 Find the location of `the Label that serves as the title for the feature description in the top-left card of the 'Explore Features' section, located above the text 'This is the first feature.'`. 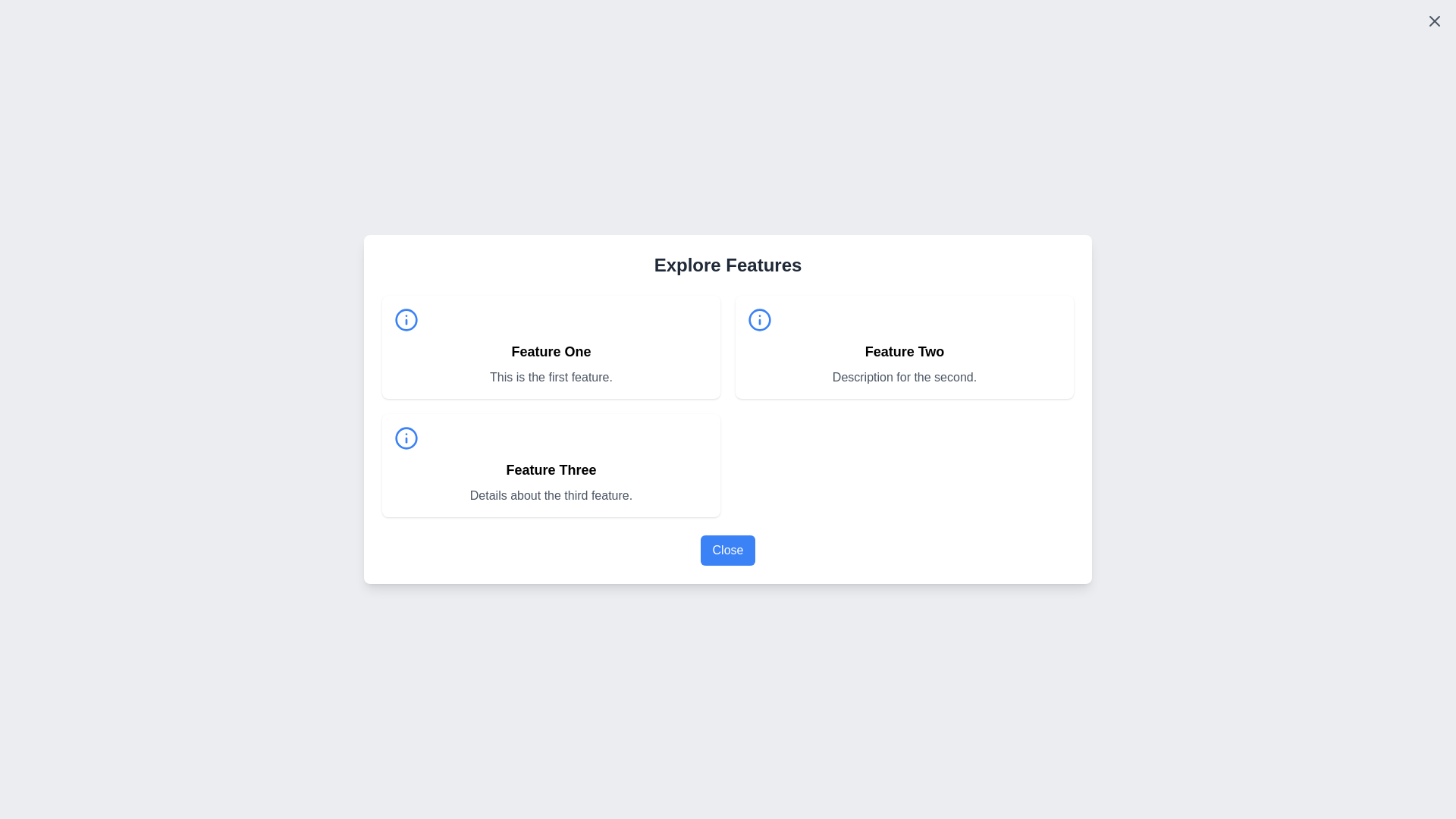

the Label that serves as the title for the feature description in the top-left card of the 'Explore Features' section, located above the text 'This is the first feature.' is located at coordinates (550, 351).